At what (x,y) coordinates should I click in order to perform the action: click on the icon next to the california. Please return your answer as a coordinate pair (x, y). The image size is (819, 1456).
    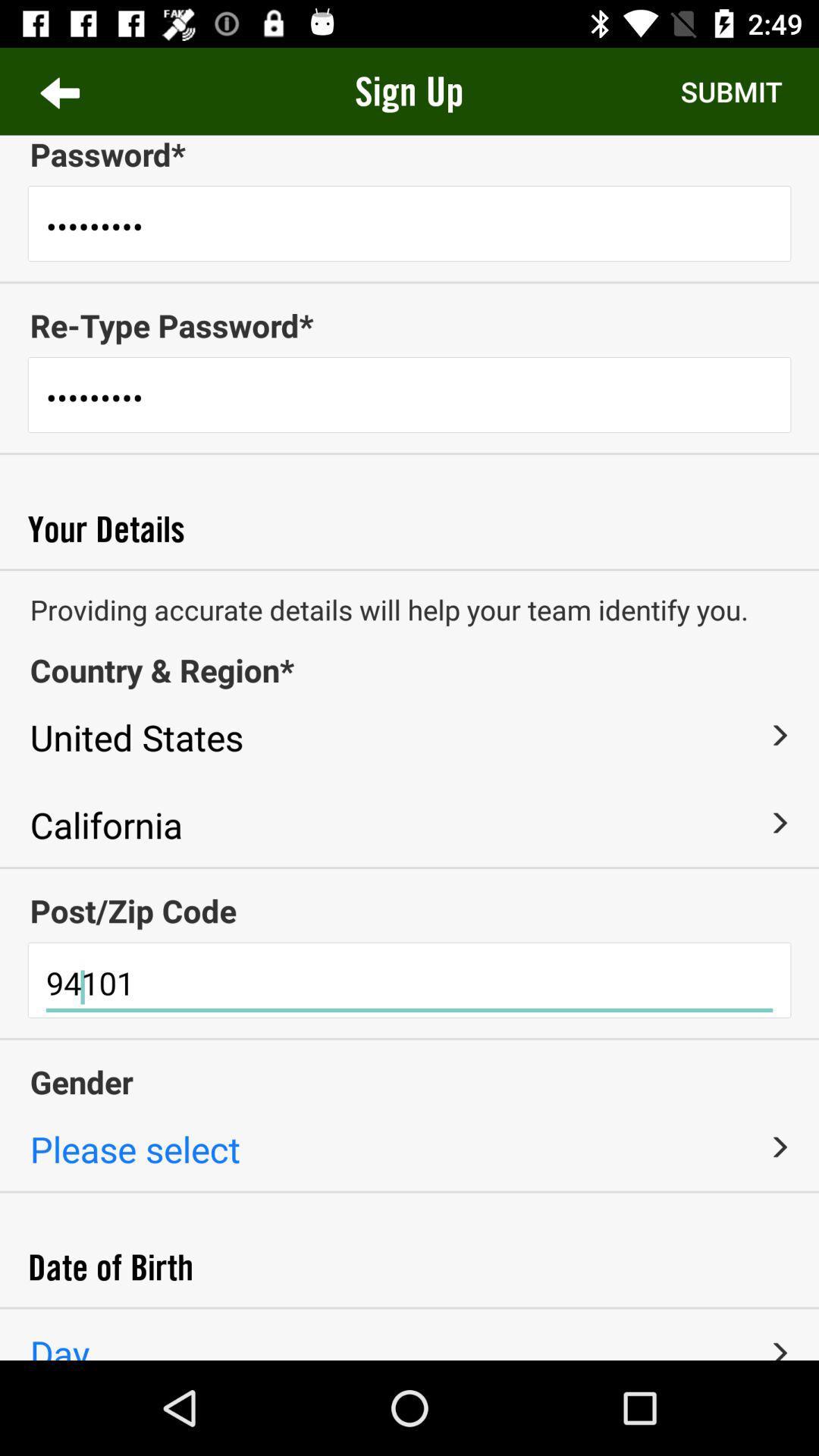
    Looking at the image, I should click on (779, 822).